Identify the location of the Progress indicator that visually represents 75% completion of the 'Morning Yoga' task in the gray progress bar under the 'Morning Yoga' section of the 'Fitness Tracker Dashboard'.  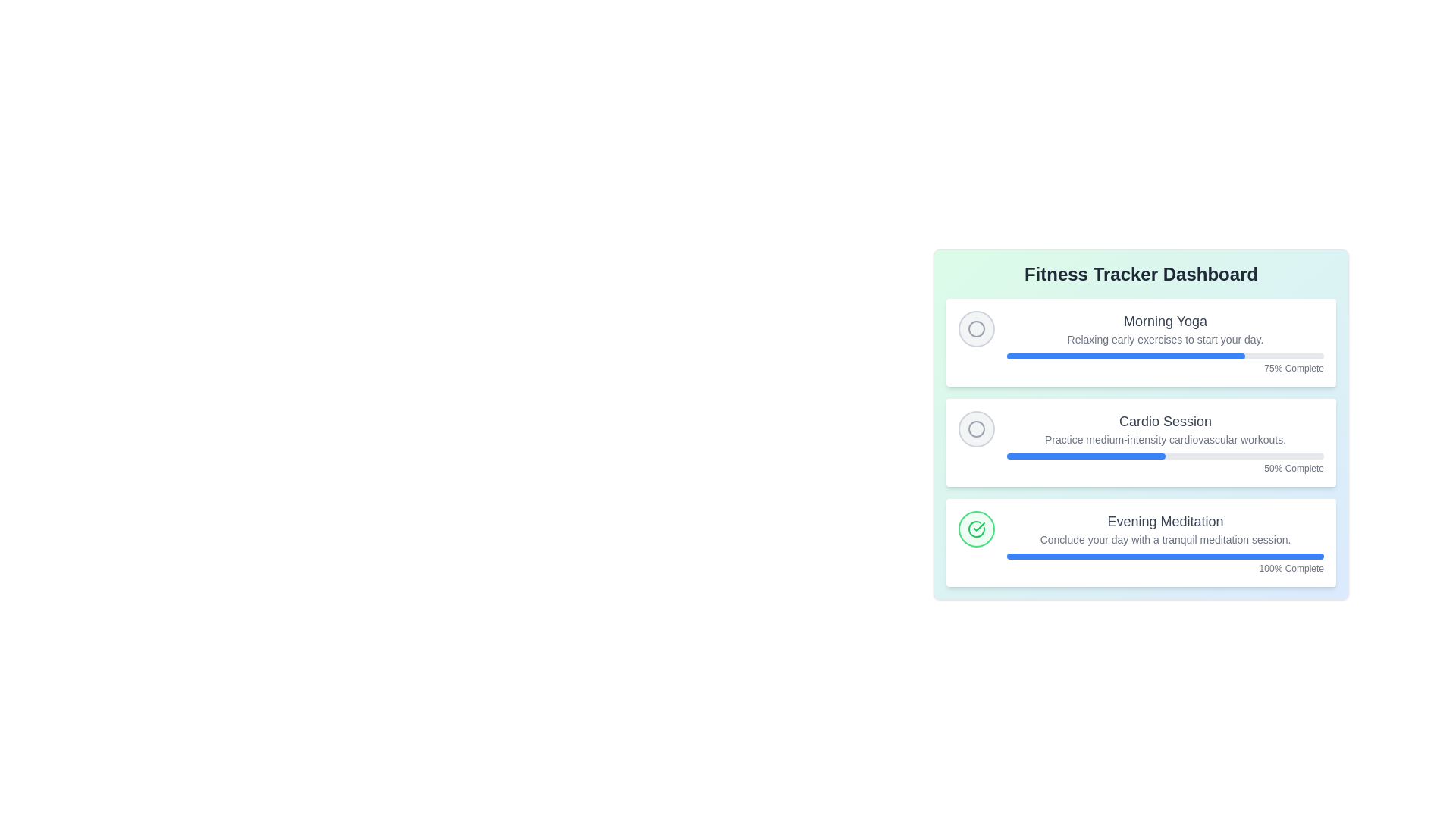
(1125, 356).